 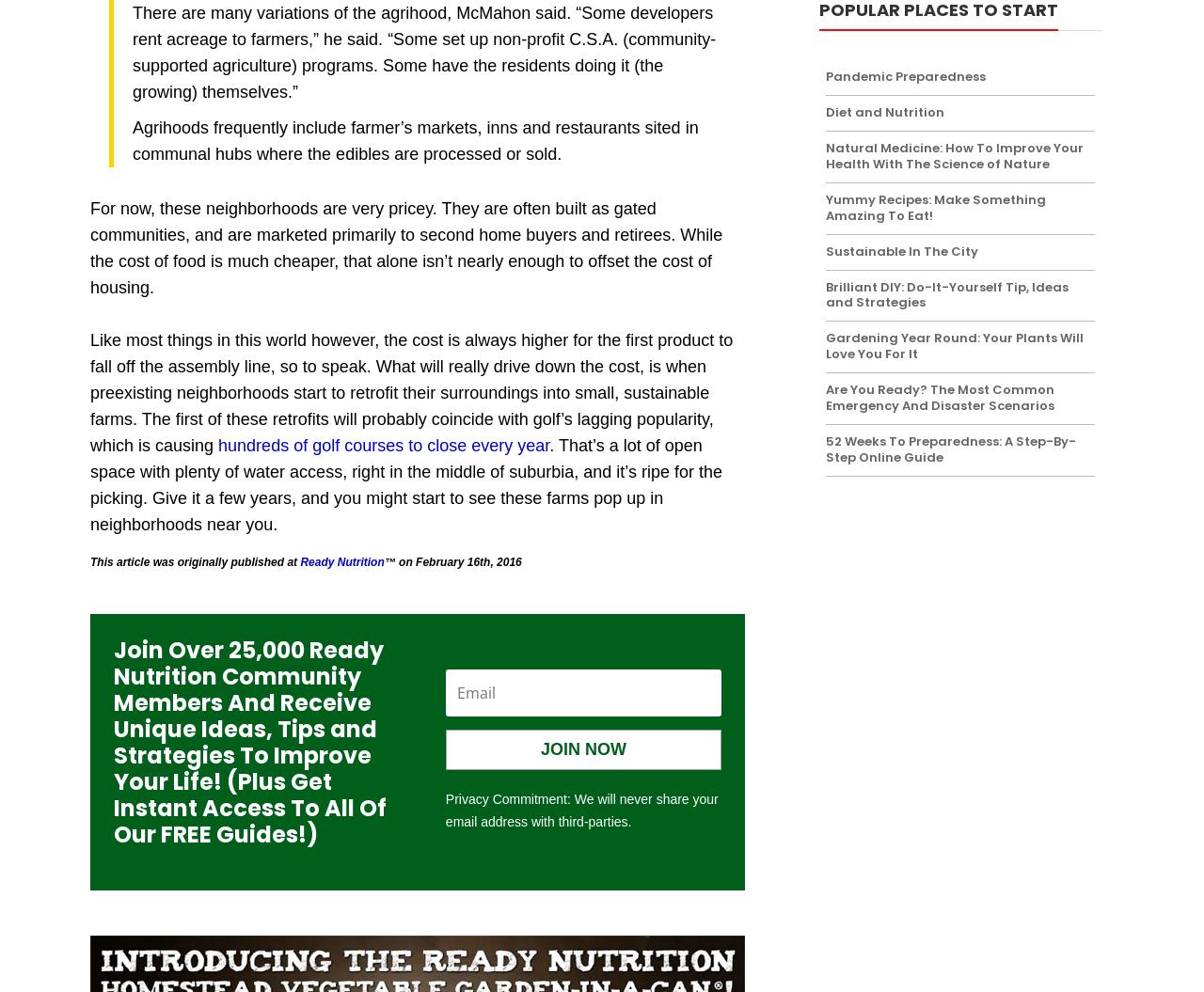 What do you see at coordinates (905, 76) in the screenshot?
I see `'Pandemic Preparedness'` at bounding box center [905, 76].